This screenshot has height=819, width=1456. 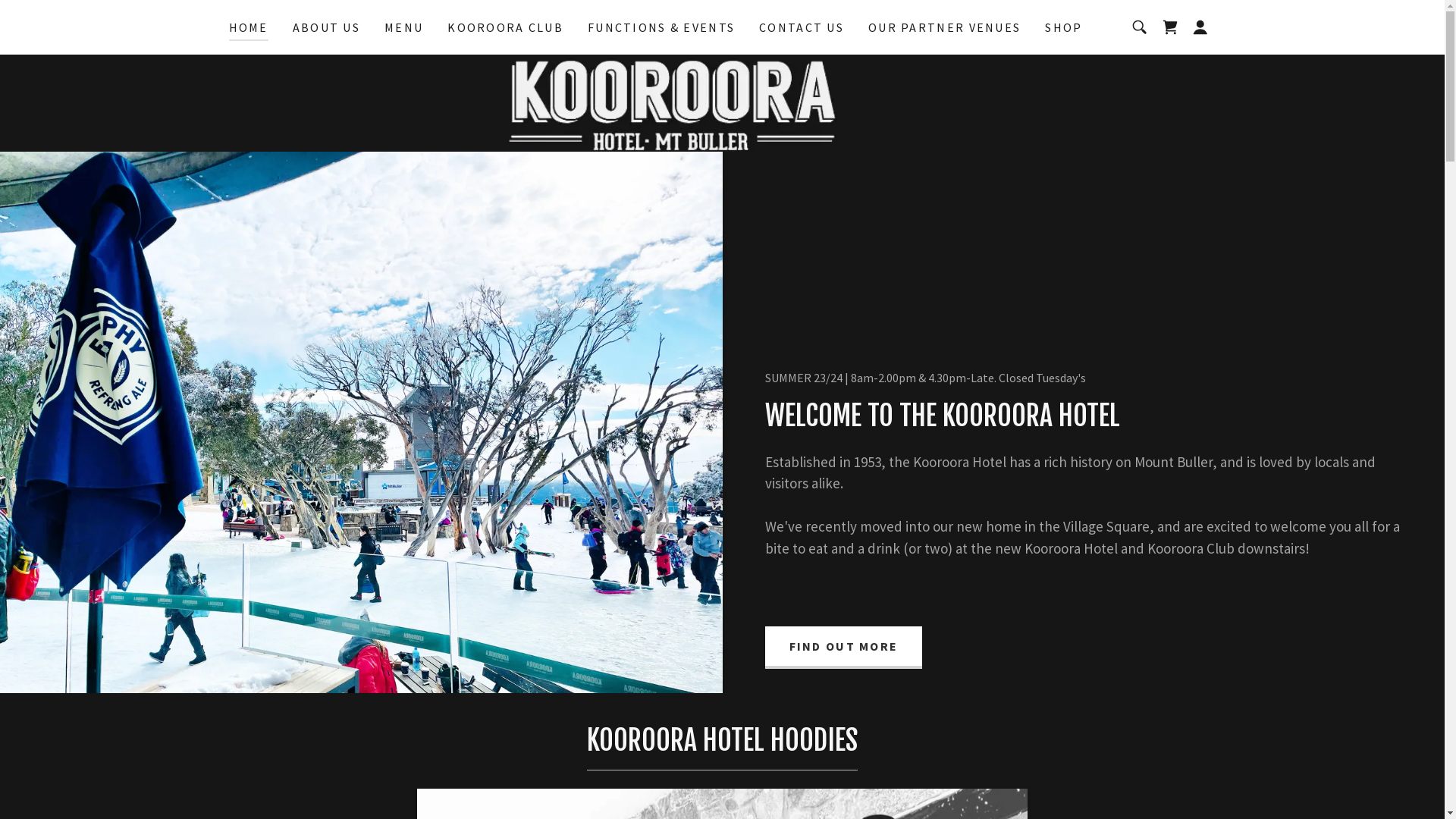 I want to click on 'SHOP', so click(x=1062, y=27).